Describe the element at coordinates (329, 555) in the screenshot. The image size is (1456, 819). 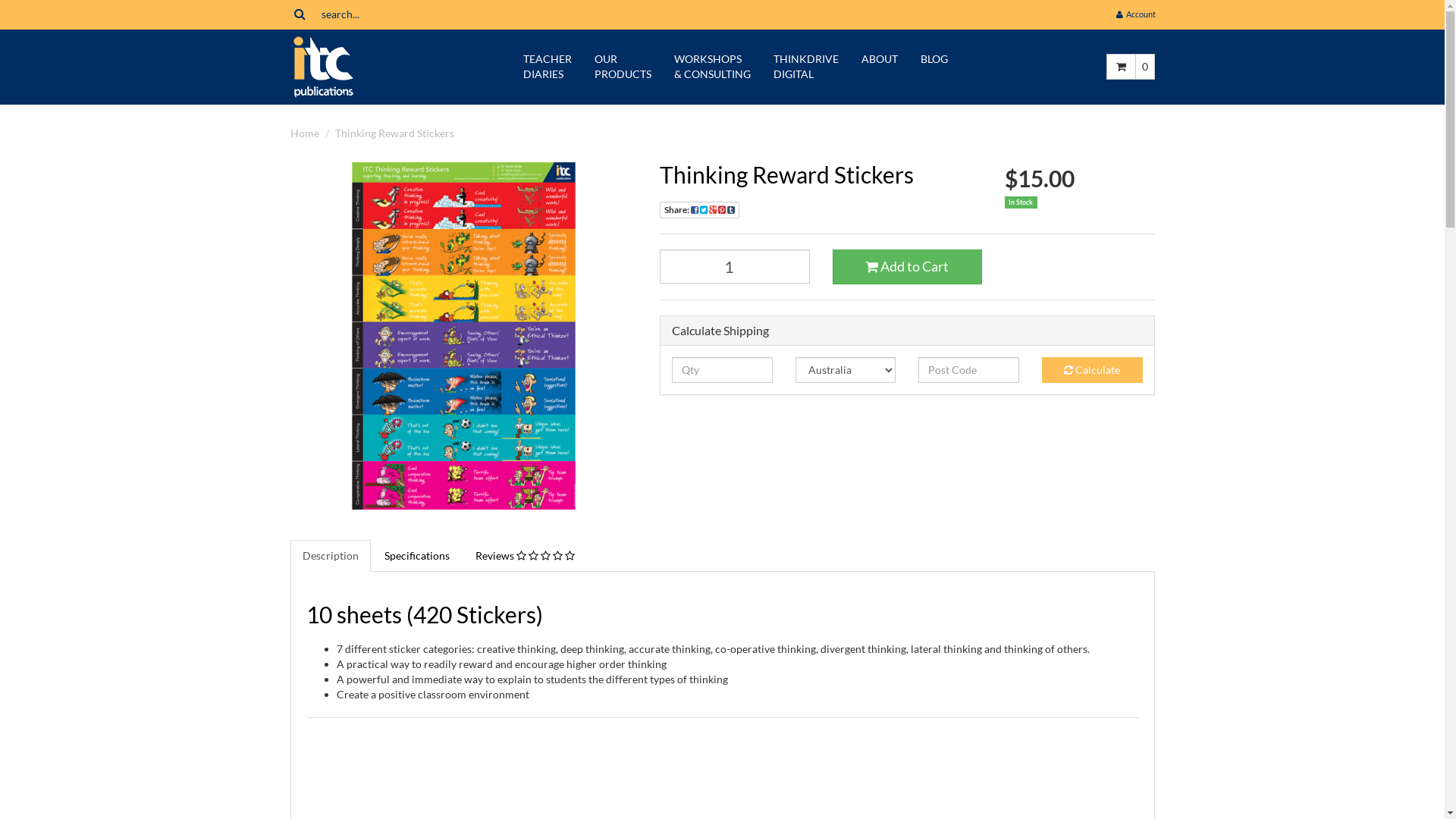
I see `'Description'` at that location.